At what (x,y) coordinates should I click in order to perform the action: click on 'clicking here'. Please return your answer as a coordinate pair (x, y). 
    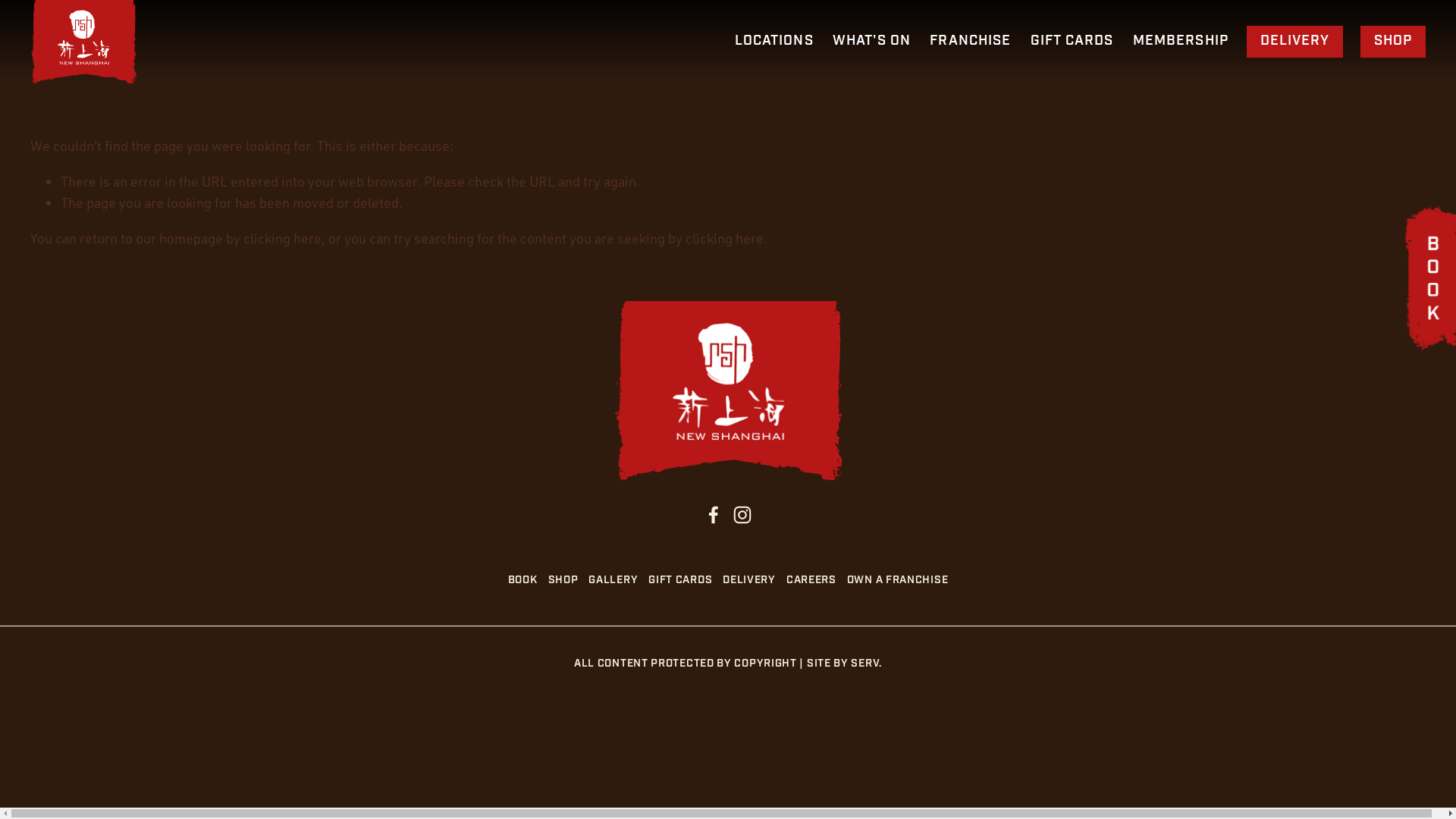
    Looking at the image, I should click on (723, 237).